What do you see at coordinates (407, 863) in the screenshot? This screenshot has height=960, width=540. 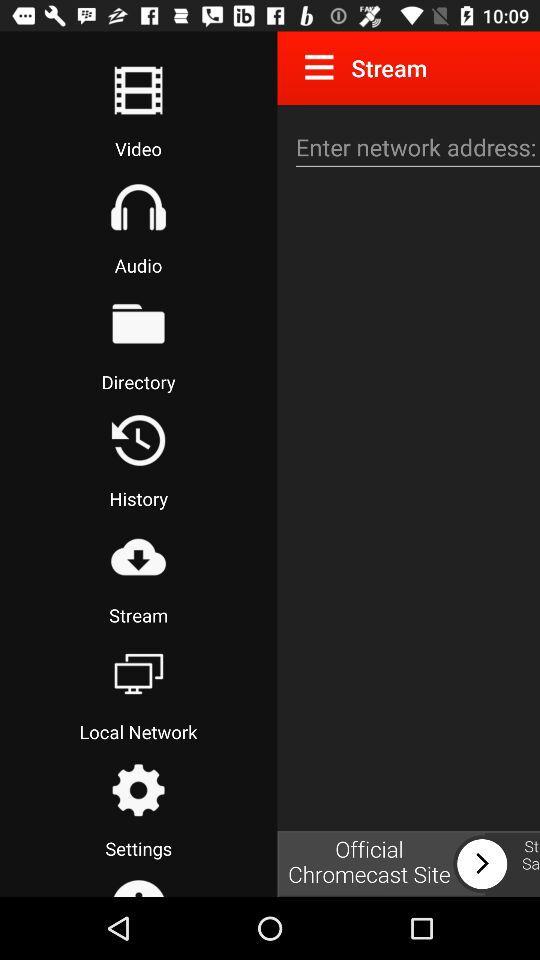 I see `chromecast site` at bounding box center [407, 863].